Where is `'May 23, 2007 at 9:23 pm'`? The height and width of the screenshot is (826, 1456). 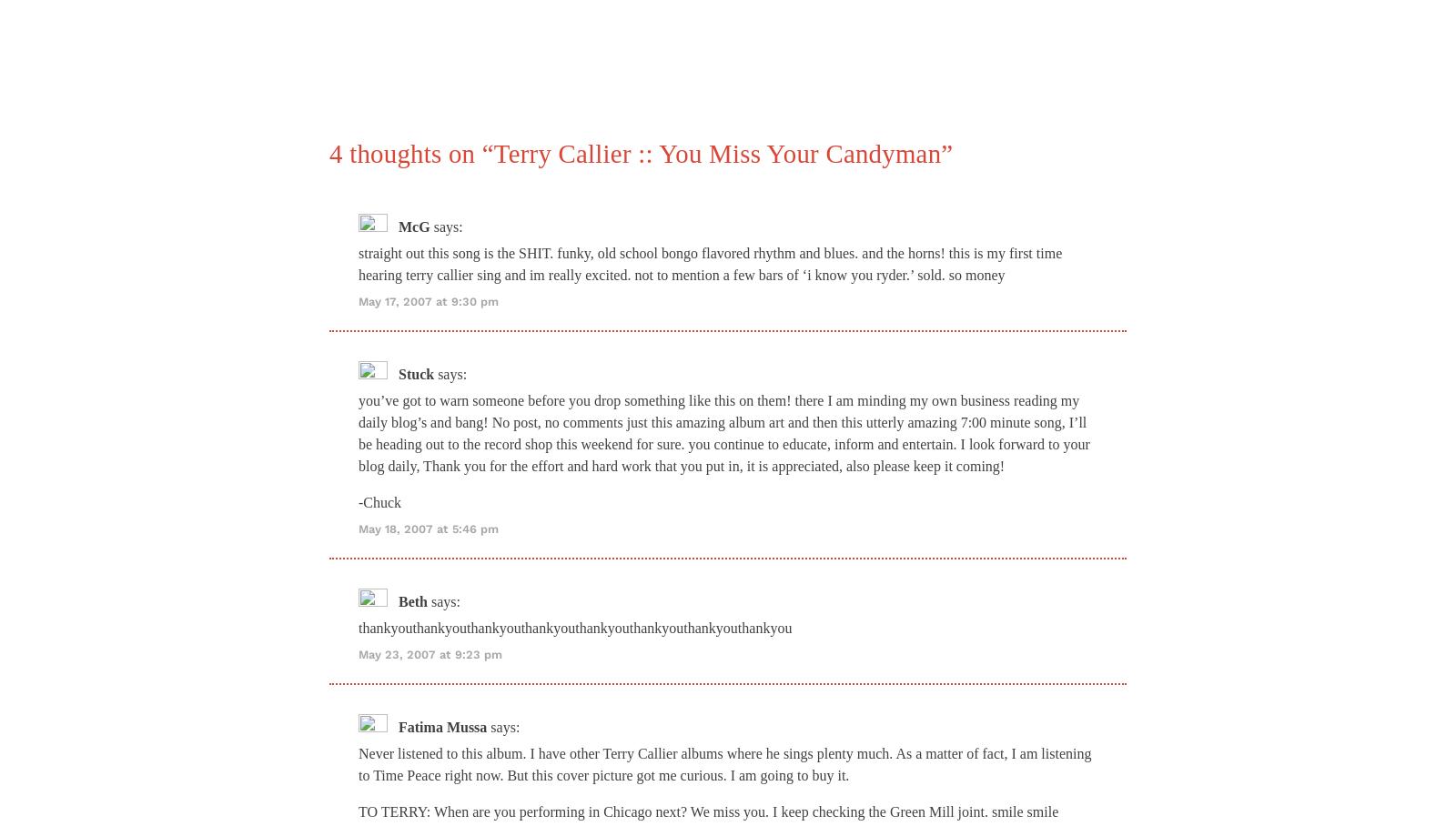
'May 23, 2007 at 9:23 pm' is located at coordinates (429, 652).